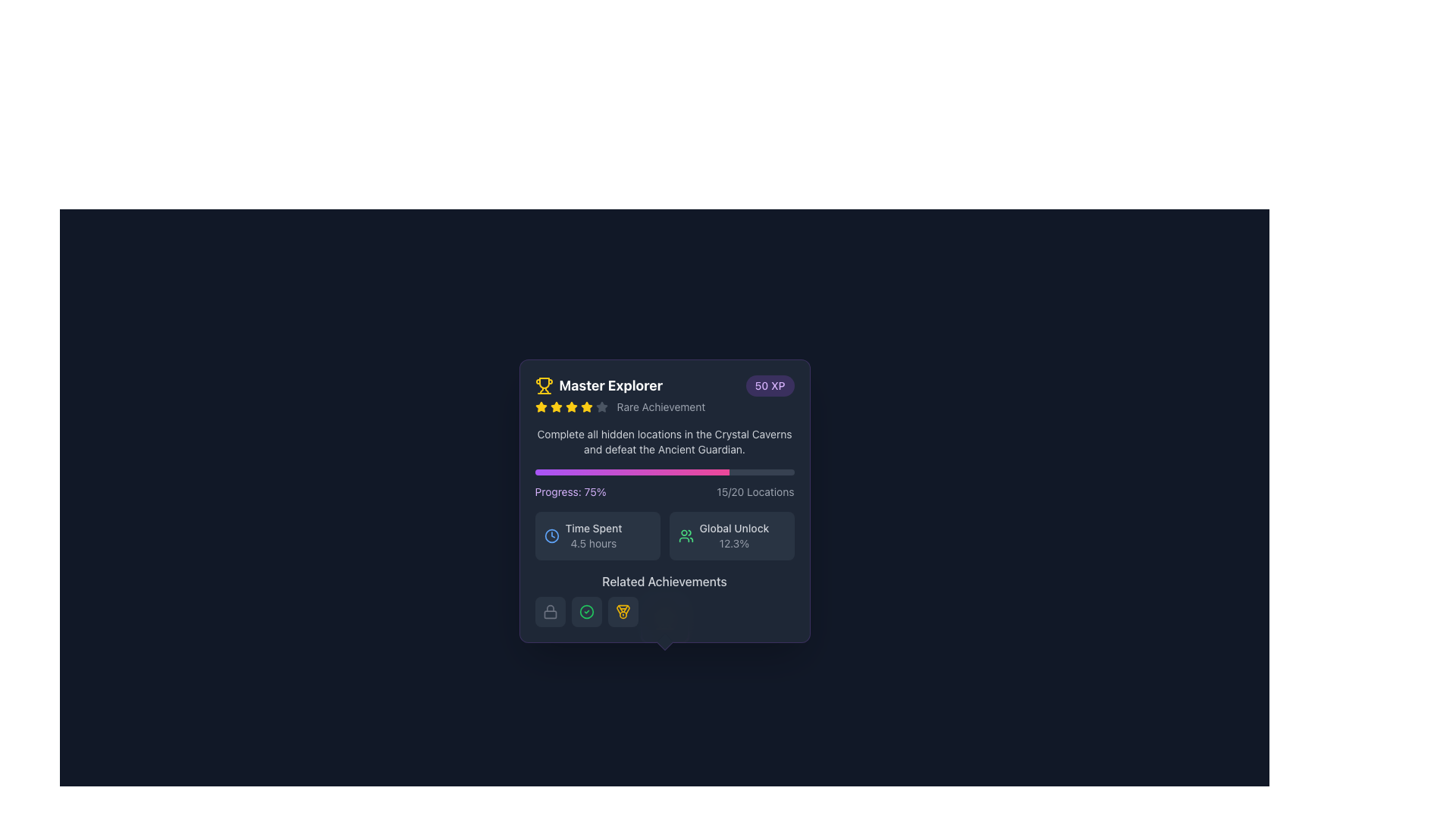 Image resolution: width=1456 pixels, height=819 pixels. I want to click on the Progress Bar, which features a gradient fill from purple to pink and is located within a section labeled 'Progress: 75% 15/20 Locations', so click(664, 472).